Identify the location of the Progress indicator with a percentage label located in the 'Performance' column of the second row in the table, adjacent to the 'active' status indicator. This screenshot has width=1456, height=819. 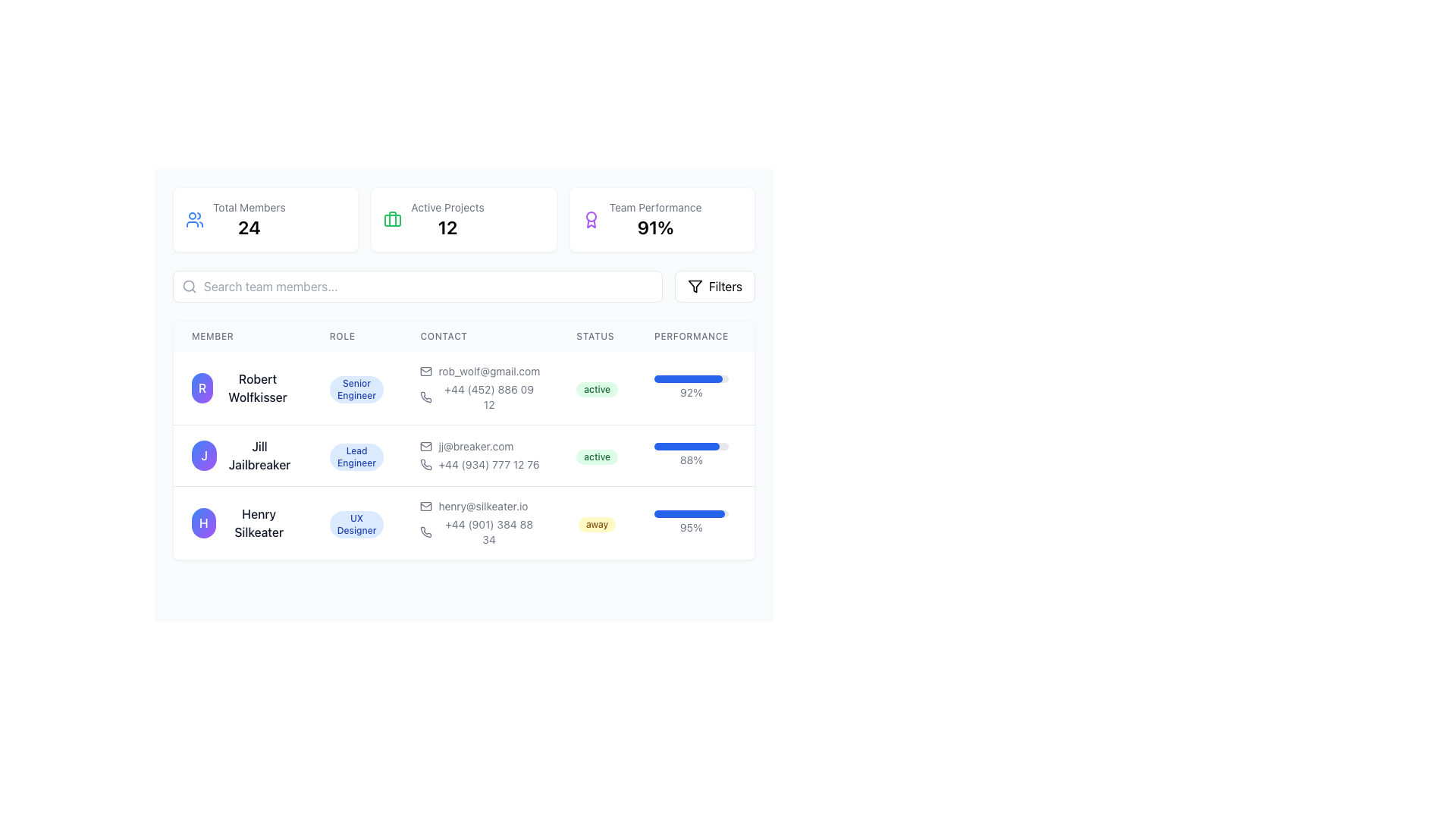
(691, 455).